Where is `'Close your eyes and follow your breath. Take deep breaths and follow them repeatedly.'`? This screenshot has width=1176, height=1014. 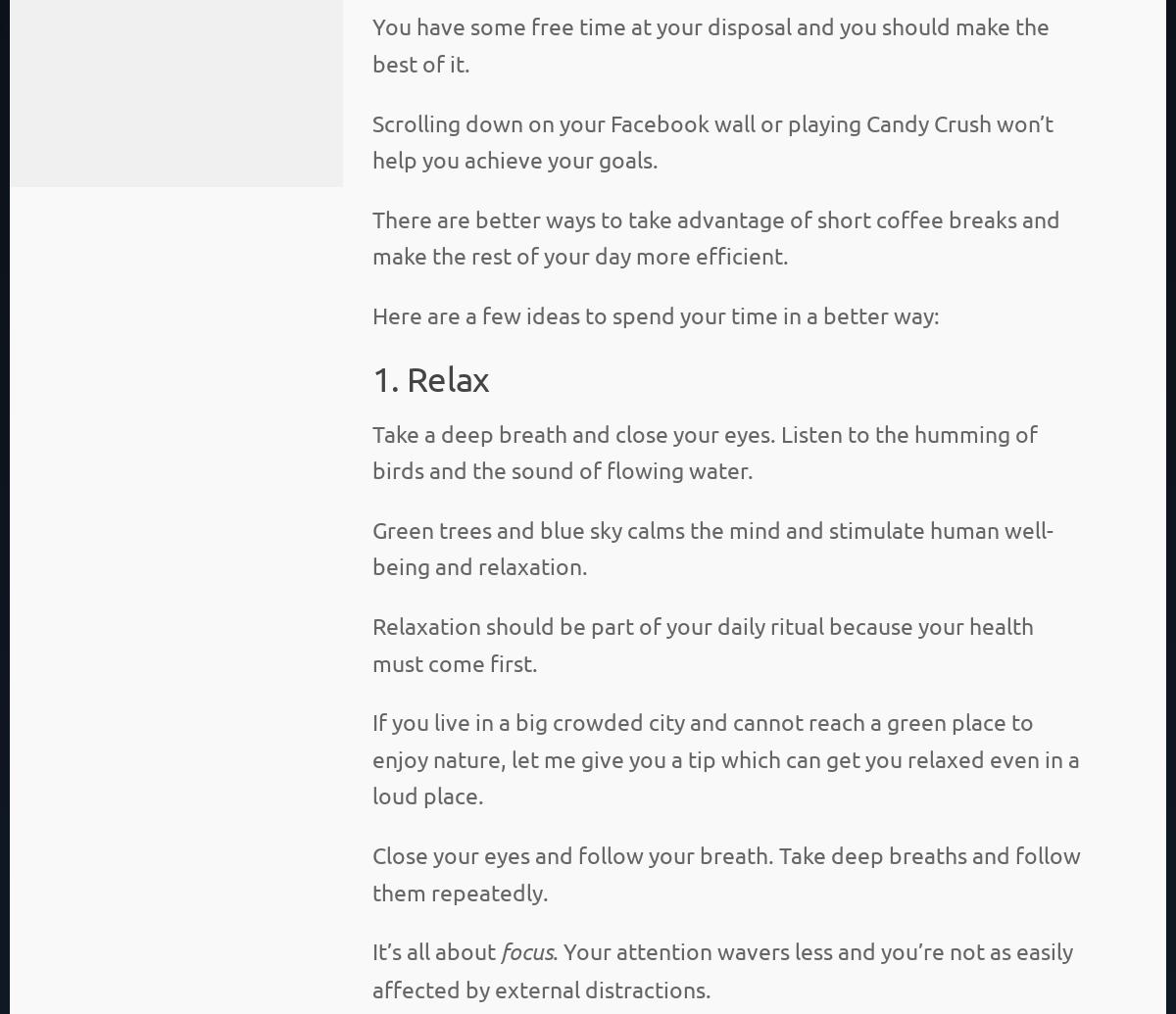 'Close your eyes and follow your breath. Take deep breaths and follow them repeatedly.' is located at coordinates (726, 872).